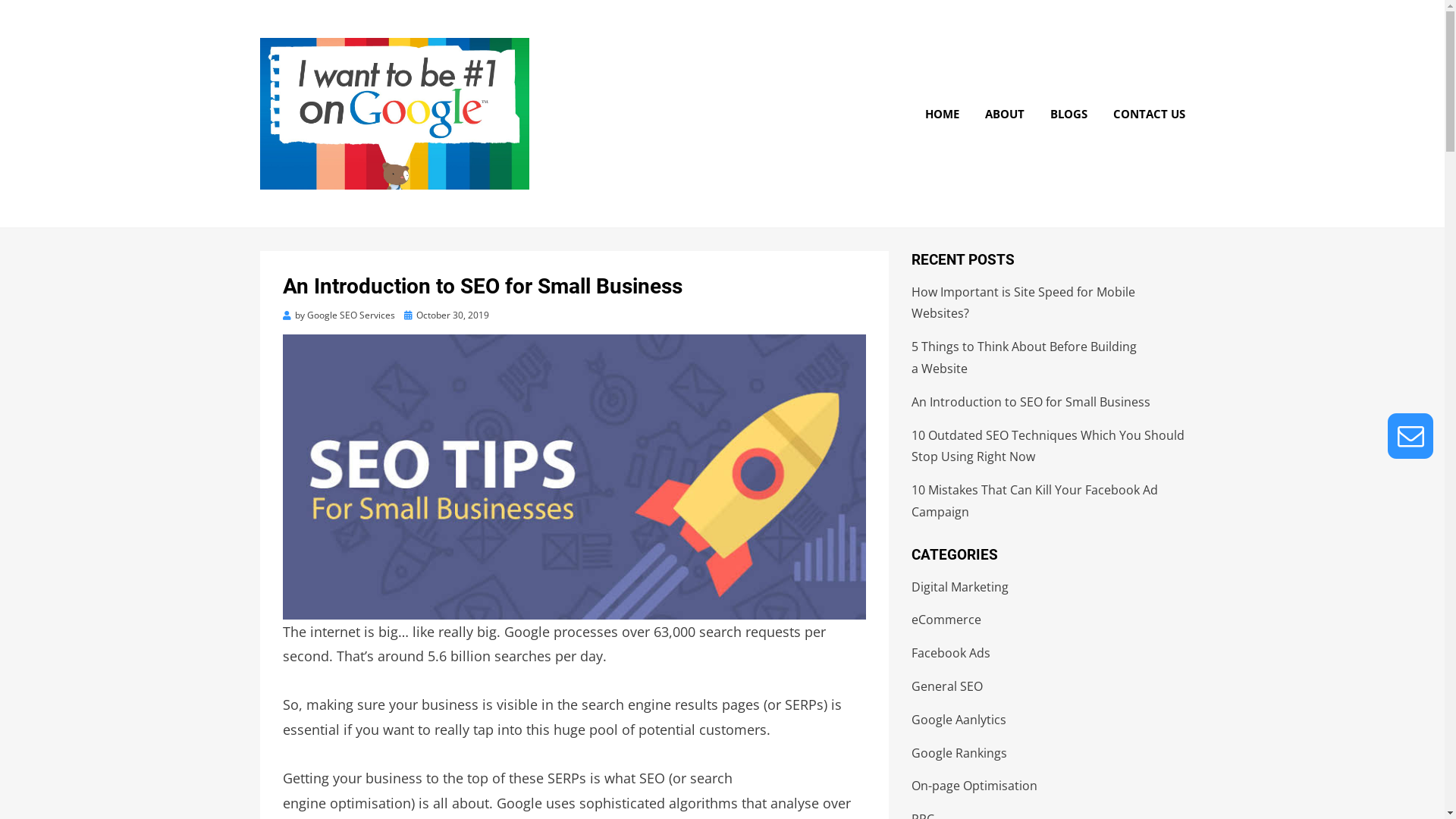 The width and height of the screenshot is (1456, 819). What do you see at coordinates (949, 651) in the screenshot?
I see `'Facebook Ads'` at bounding box center [949, 651].